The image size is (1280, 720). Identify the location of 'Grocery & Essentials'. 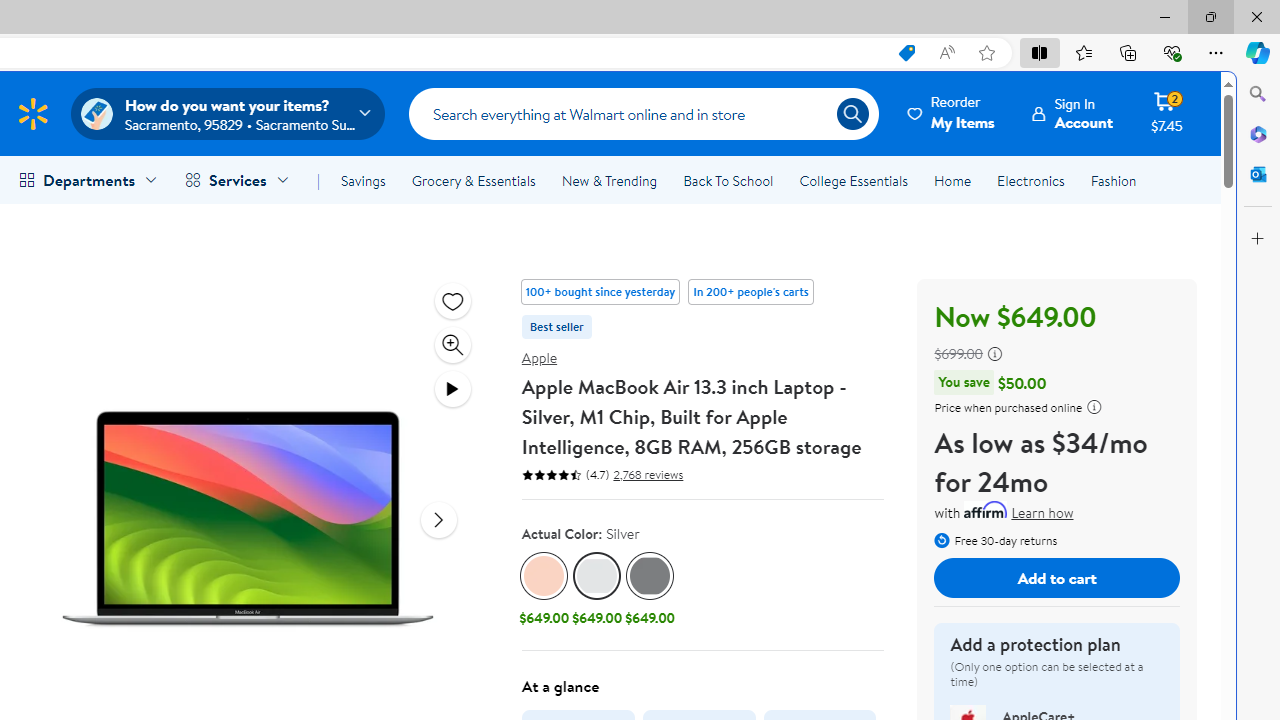
(472, 181).